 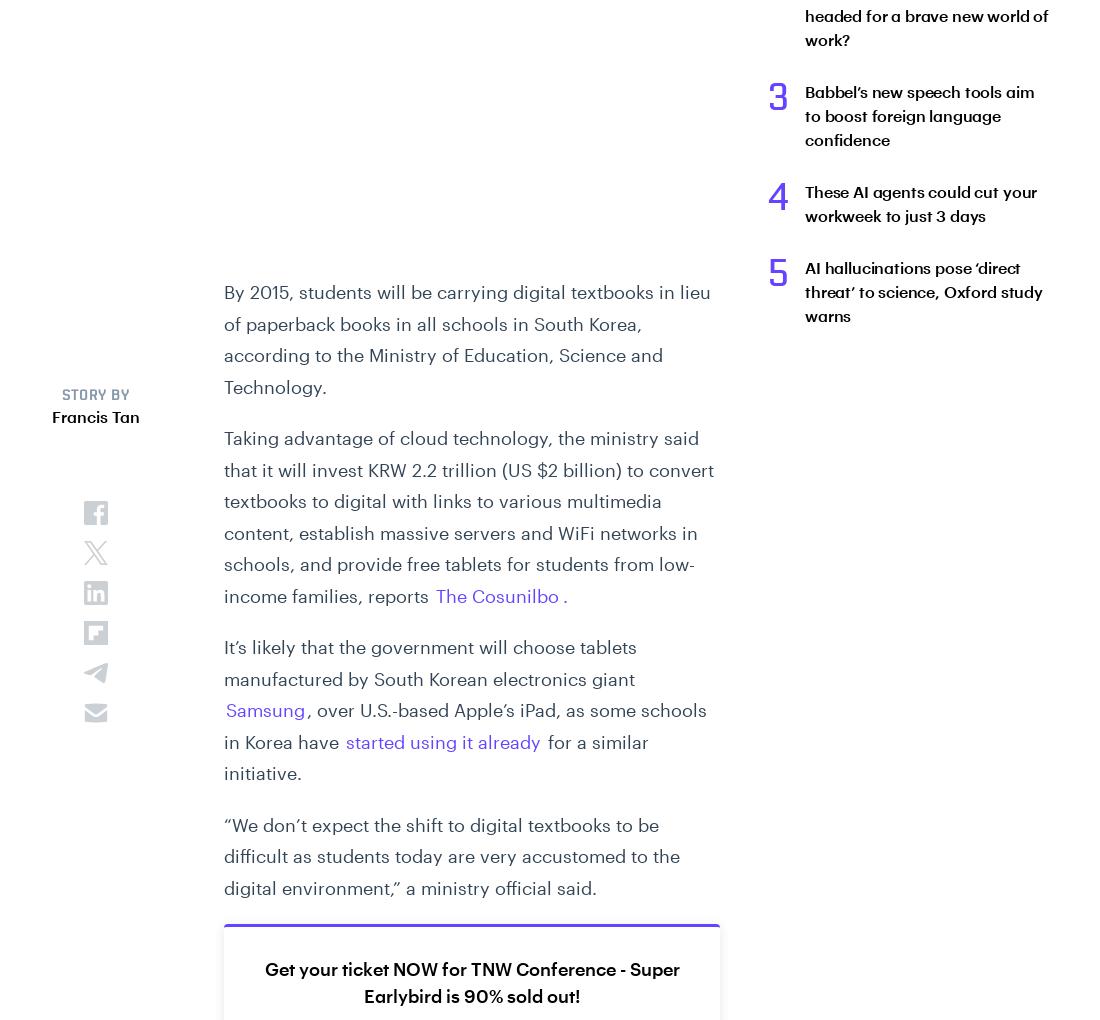 What do you see at coordinates (804, 202) in the screenshot?
I see `'These AI agents could cut your workweek to just 3 days'` at bounding box center [804, 202].